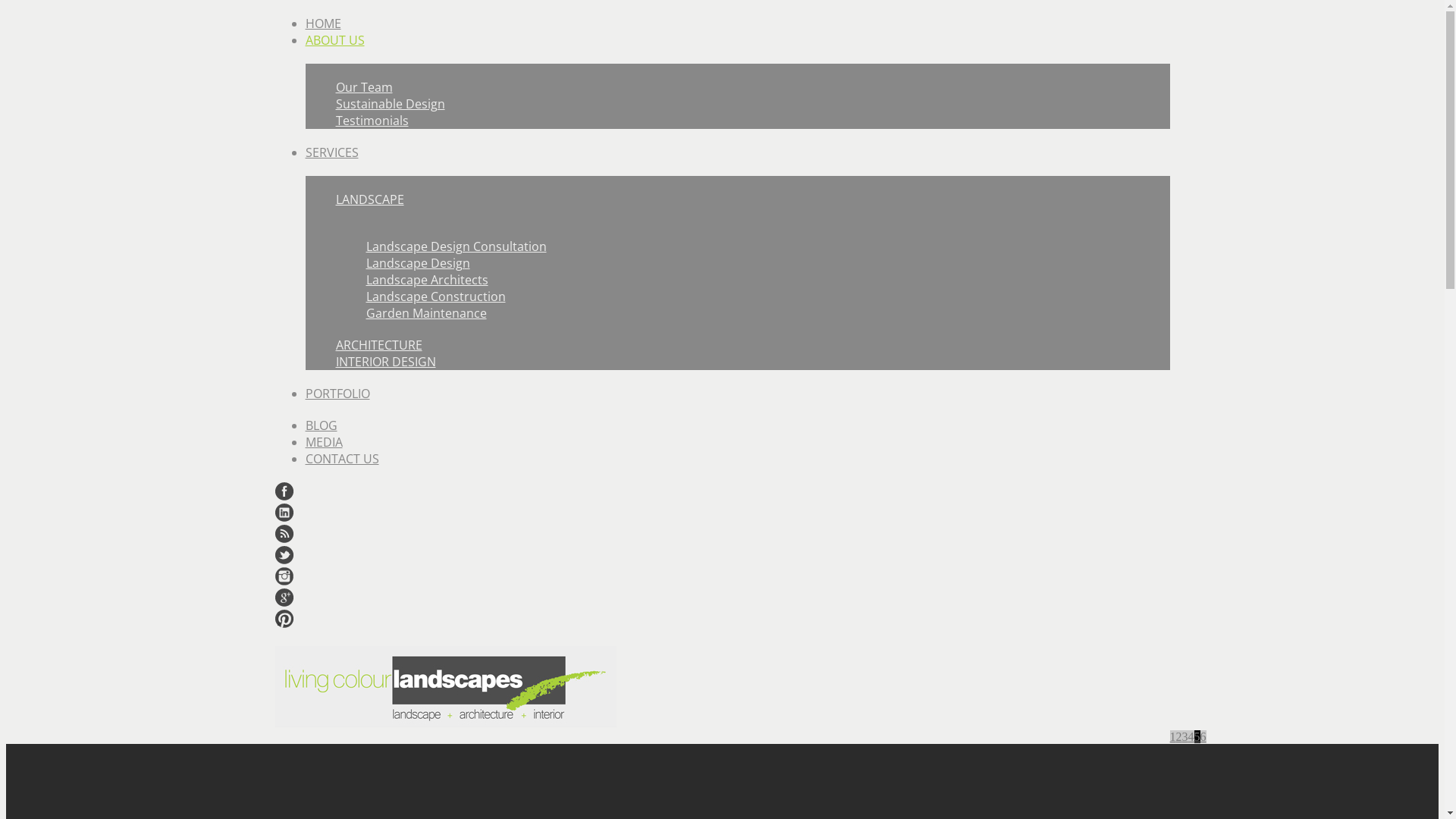 This screenshot has width=1456, height=819. Describe the element at coordinates (454, 245) in the screenshot. I see `'Landscape Design Consultation'` at that location.